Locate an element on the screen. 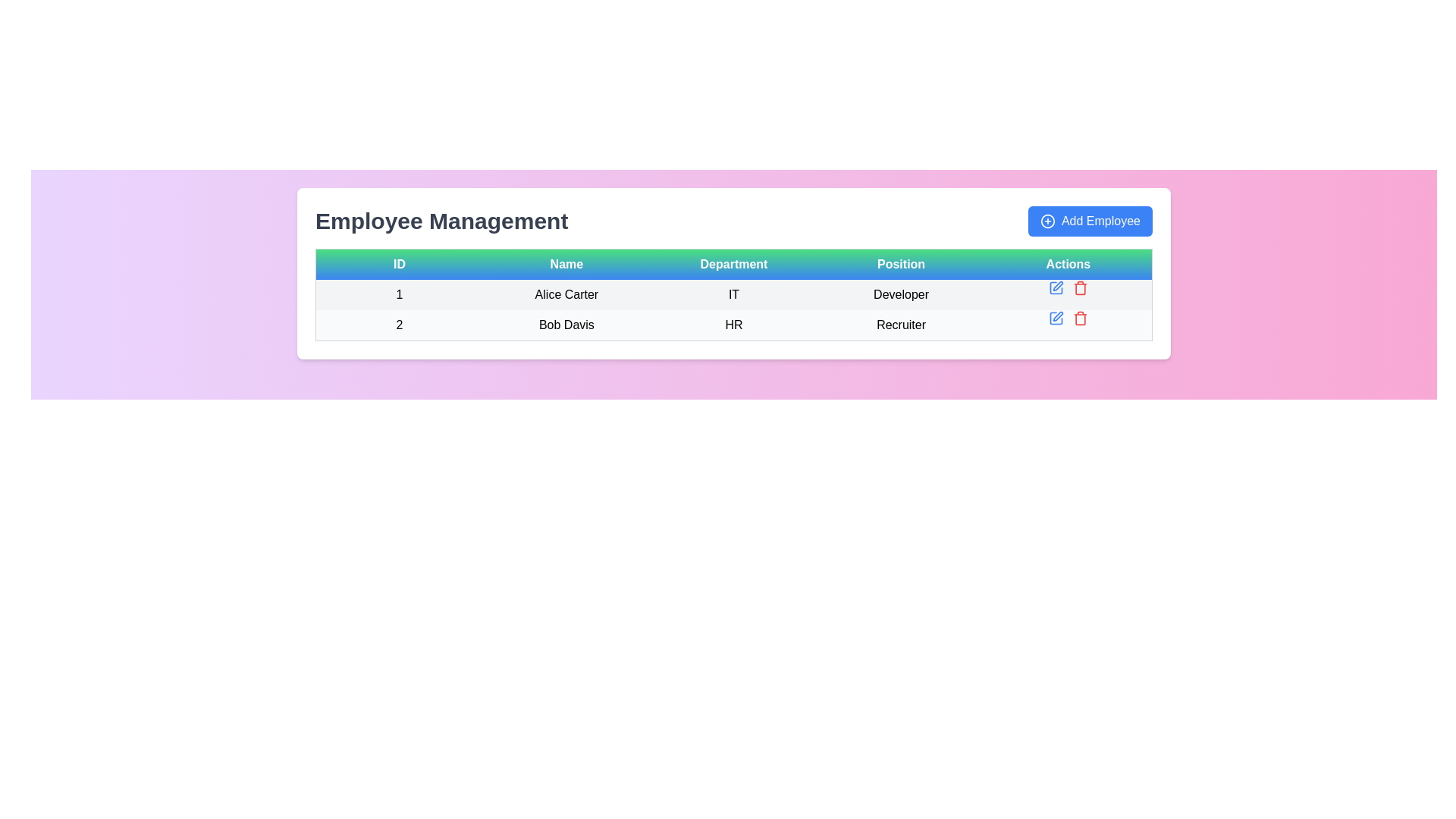  the pen icon located in the 'Actions' column of the second row in the table, which is adjacent to other action icons such as a trash bin is located at coordinates (1055, 318).